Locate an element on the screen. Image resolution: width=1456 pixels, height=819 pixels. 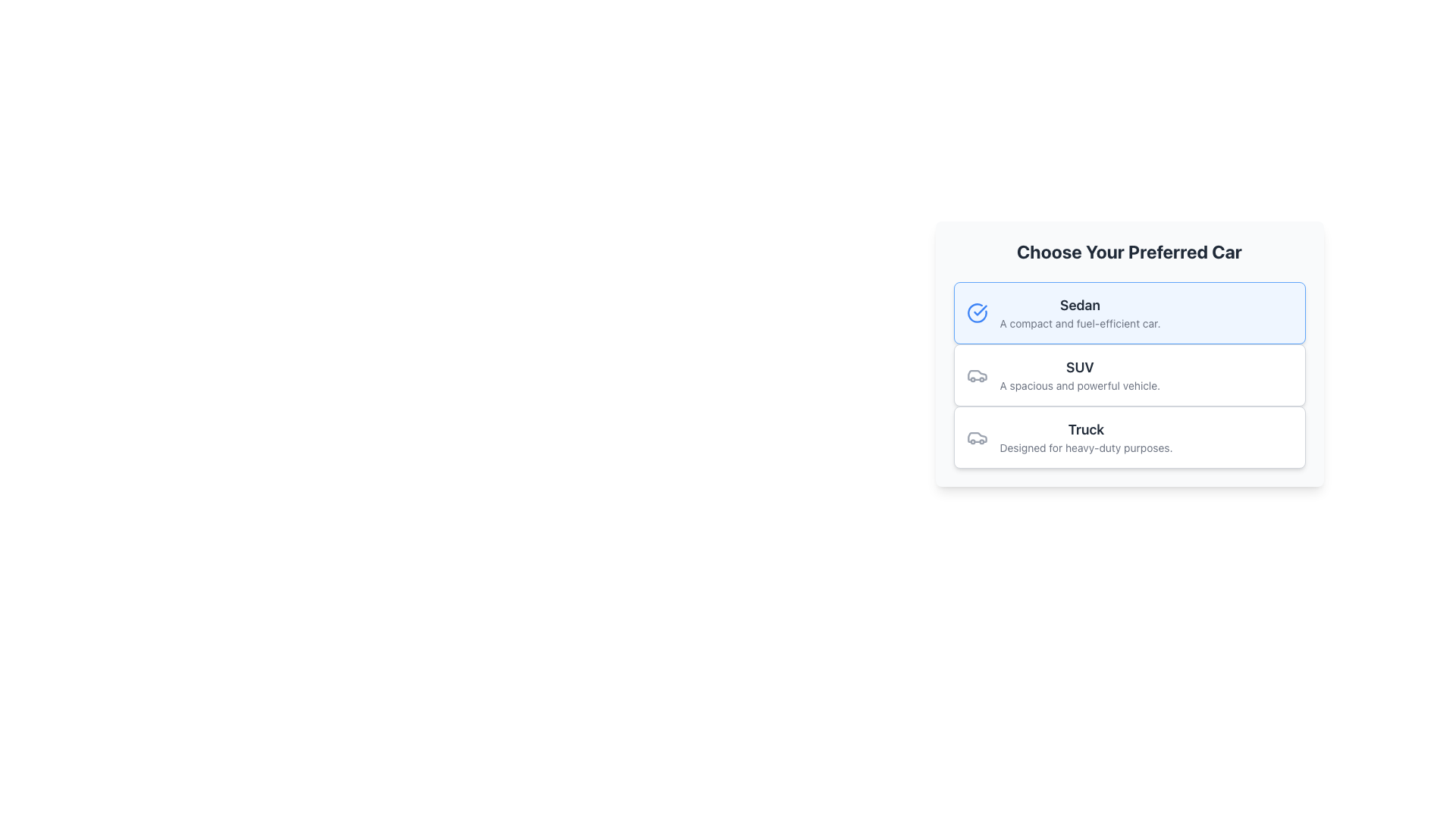
the 'Truck' text block in the 'Choose Your Preferred Car' section is located at coordinates (1085, 438).